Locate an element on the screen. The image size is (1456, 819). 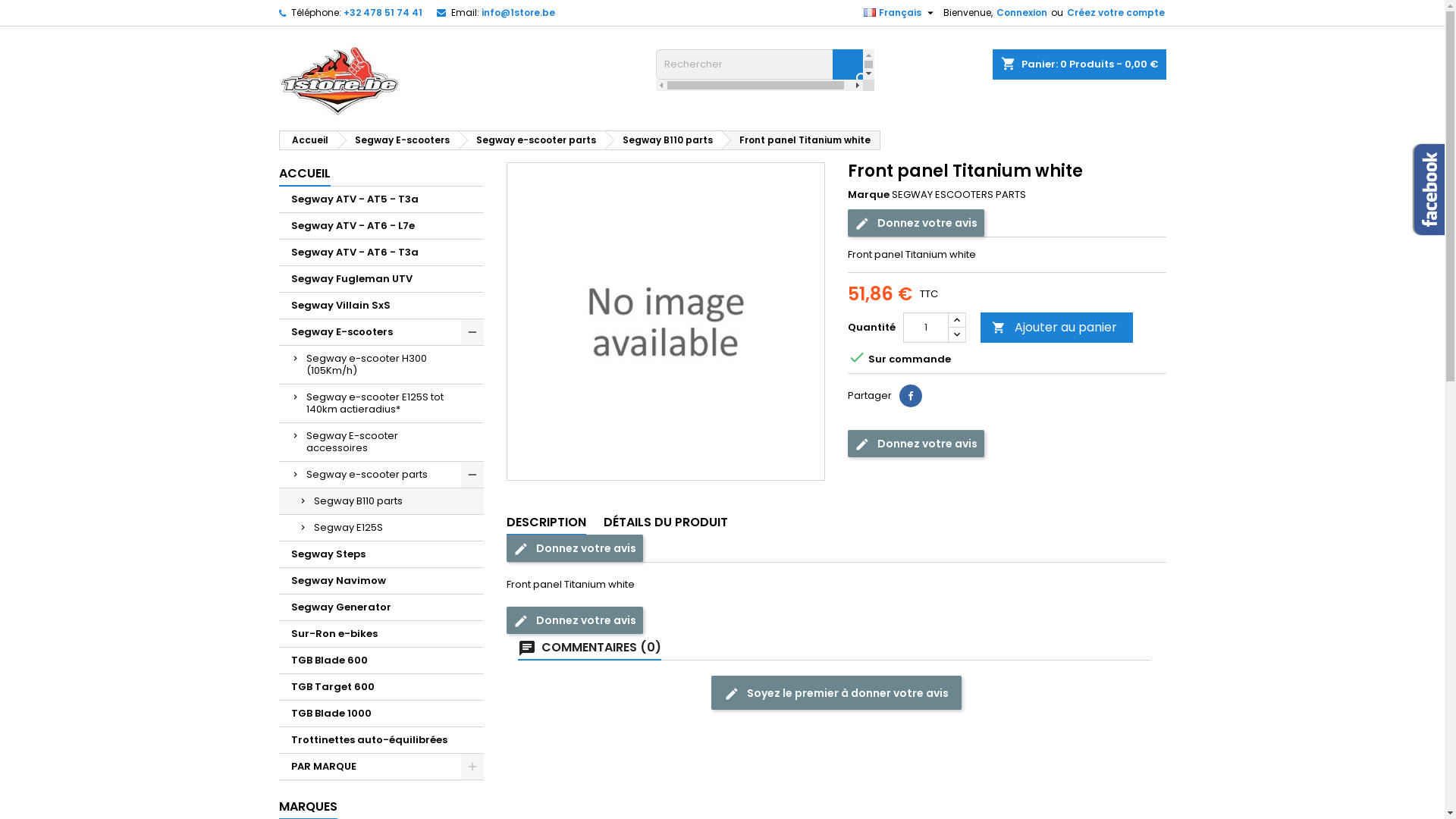
'Donnez votre avis' is located at coordinates (915, 444).